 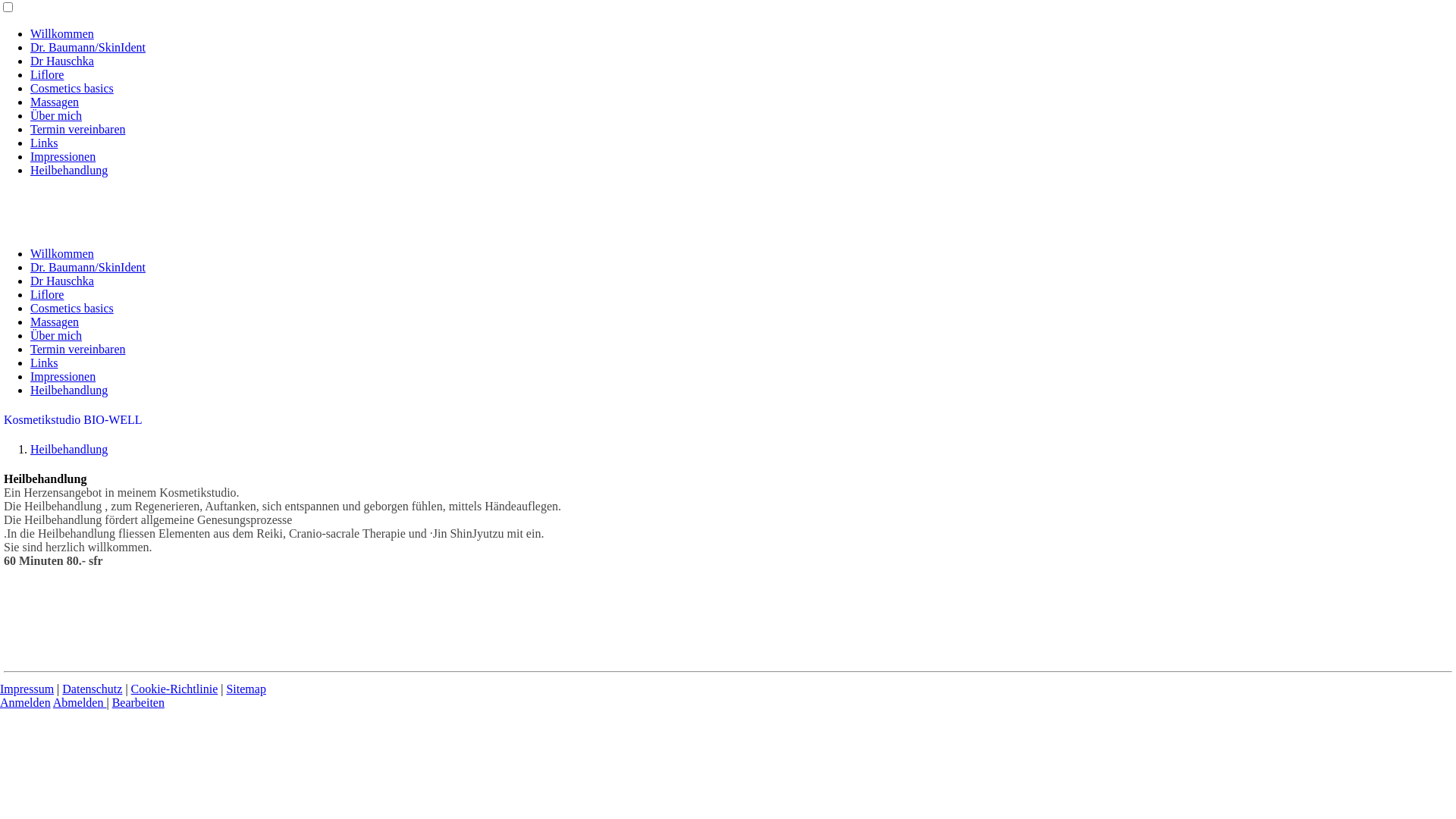 I want to click on 'Impressionen', so click(x=30, y=156).